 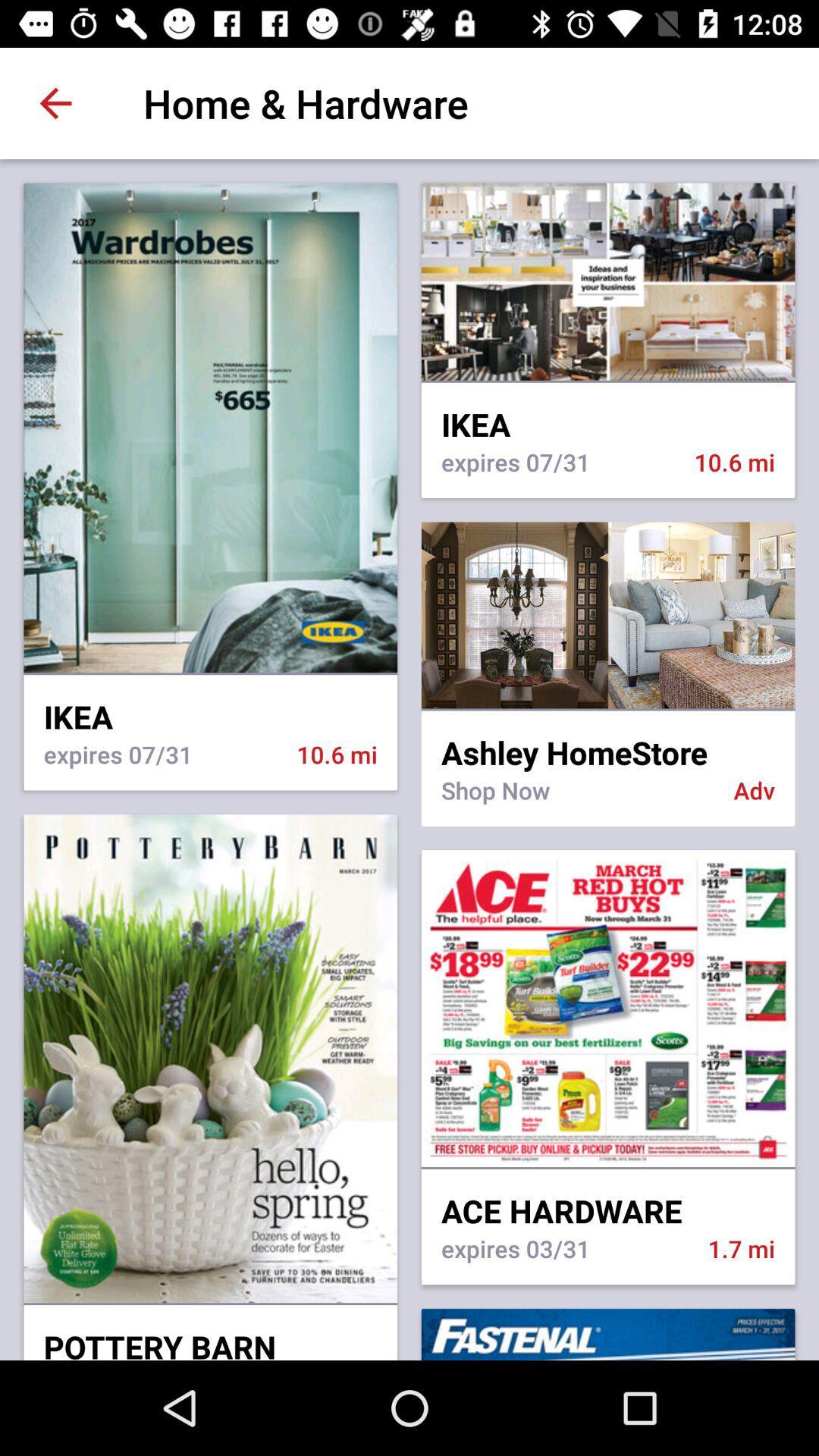 I want to click on click on store, so click(x=607, y=615).